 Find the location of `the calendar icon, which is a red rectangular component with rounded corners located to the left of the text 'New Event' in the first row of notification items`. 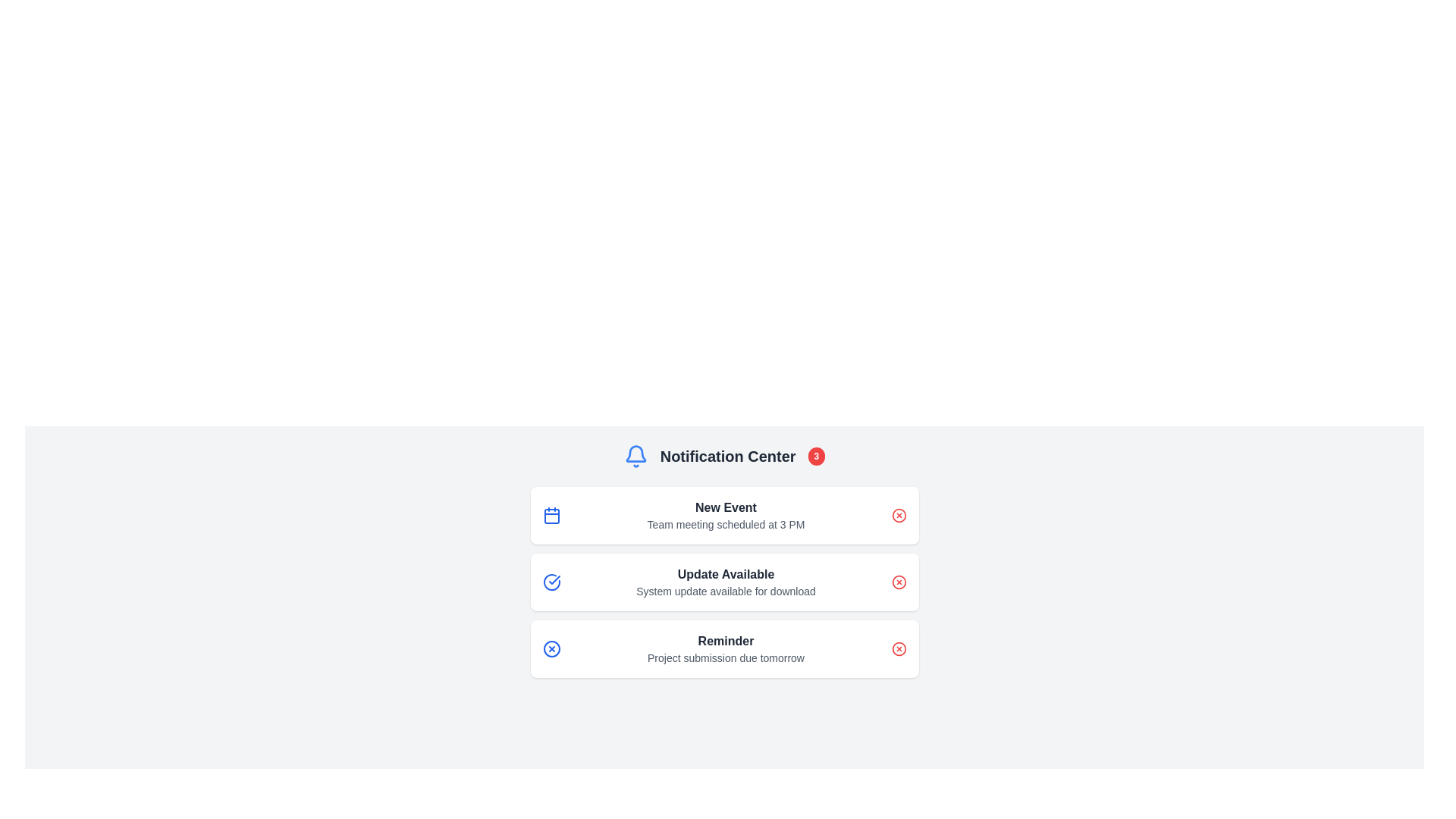

the calendar icon, which is a red rectangular component with rounded corners located to the left of the text 'New Event' in the first row of notification items is located at coordinates (551, 516).